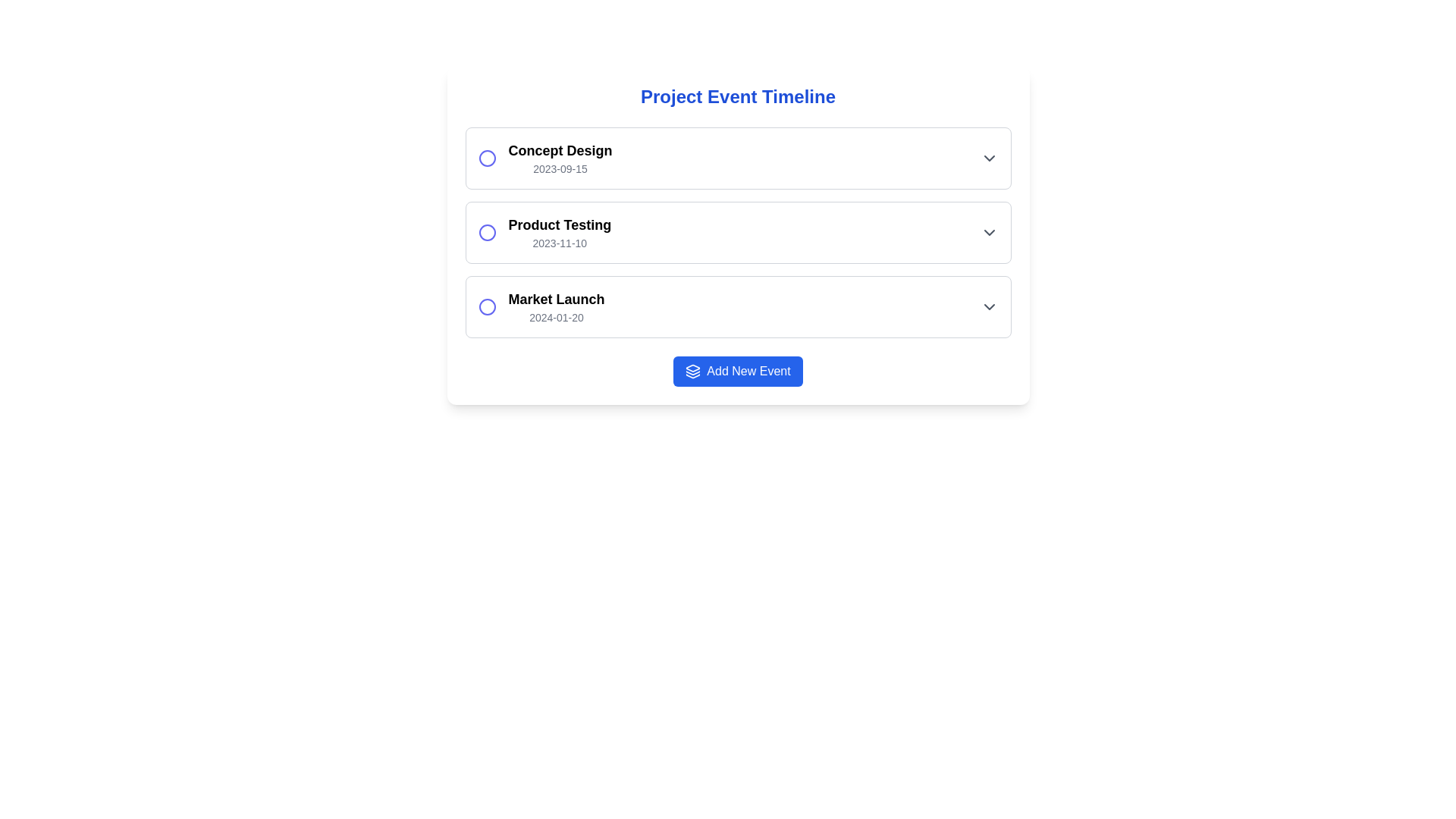 The width and height of the screenshot is (1456, 819). I want to click on the List item with the title 'Market Launch' and subtitle '2024-01-20', which is the third item in the list and has a circular icon with a blue outline on the left side, so click(541, 307).